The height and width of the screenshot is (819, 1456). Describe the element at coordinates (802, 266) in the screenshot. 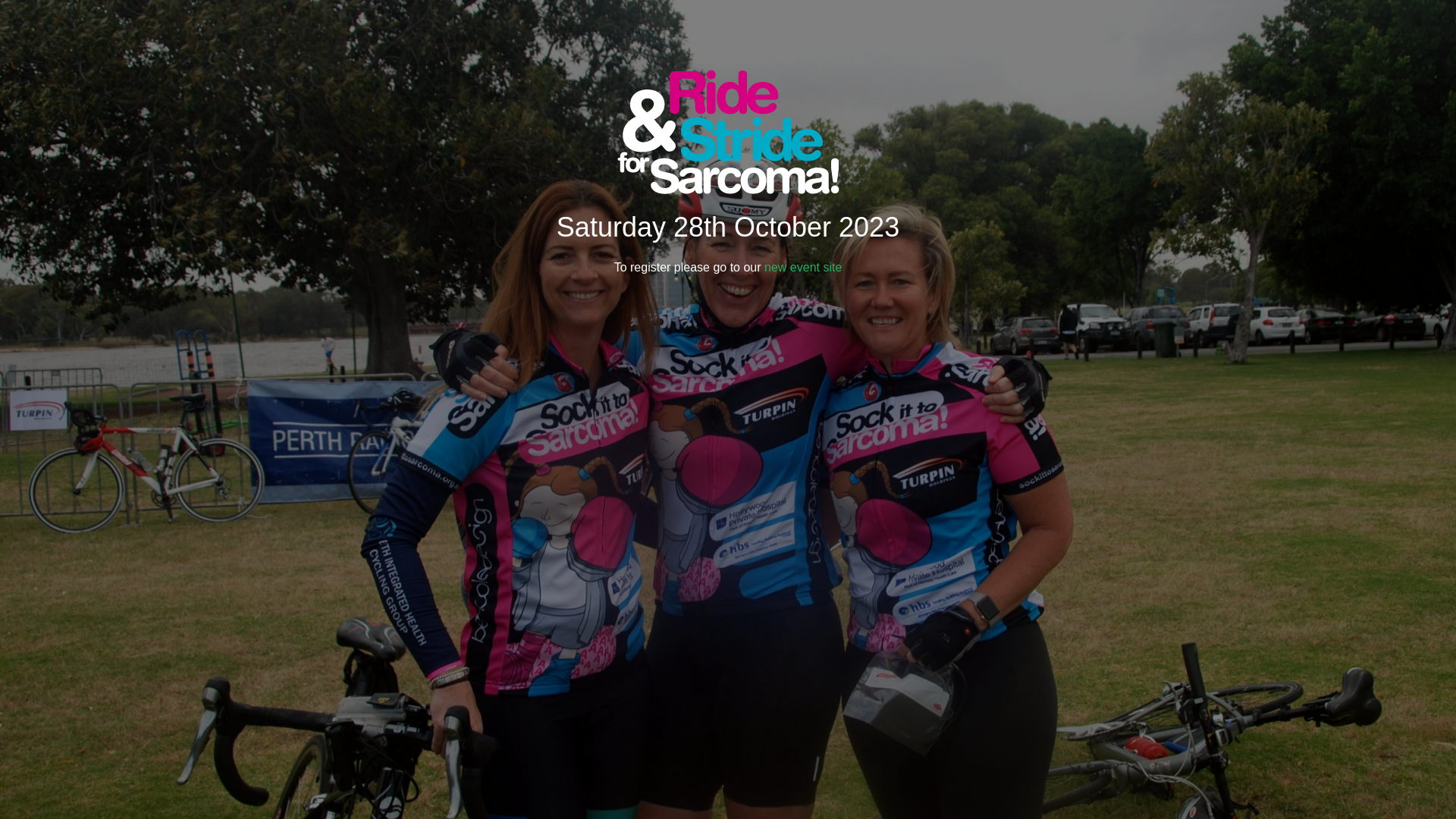

I see `'new event site'` at that location.